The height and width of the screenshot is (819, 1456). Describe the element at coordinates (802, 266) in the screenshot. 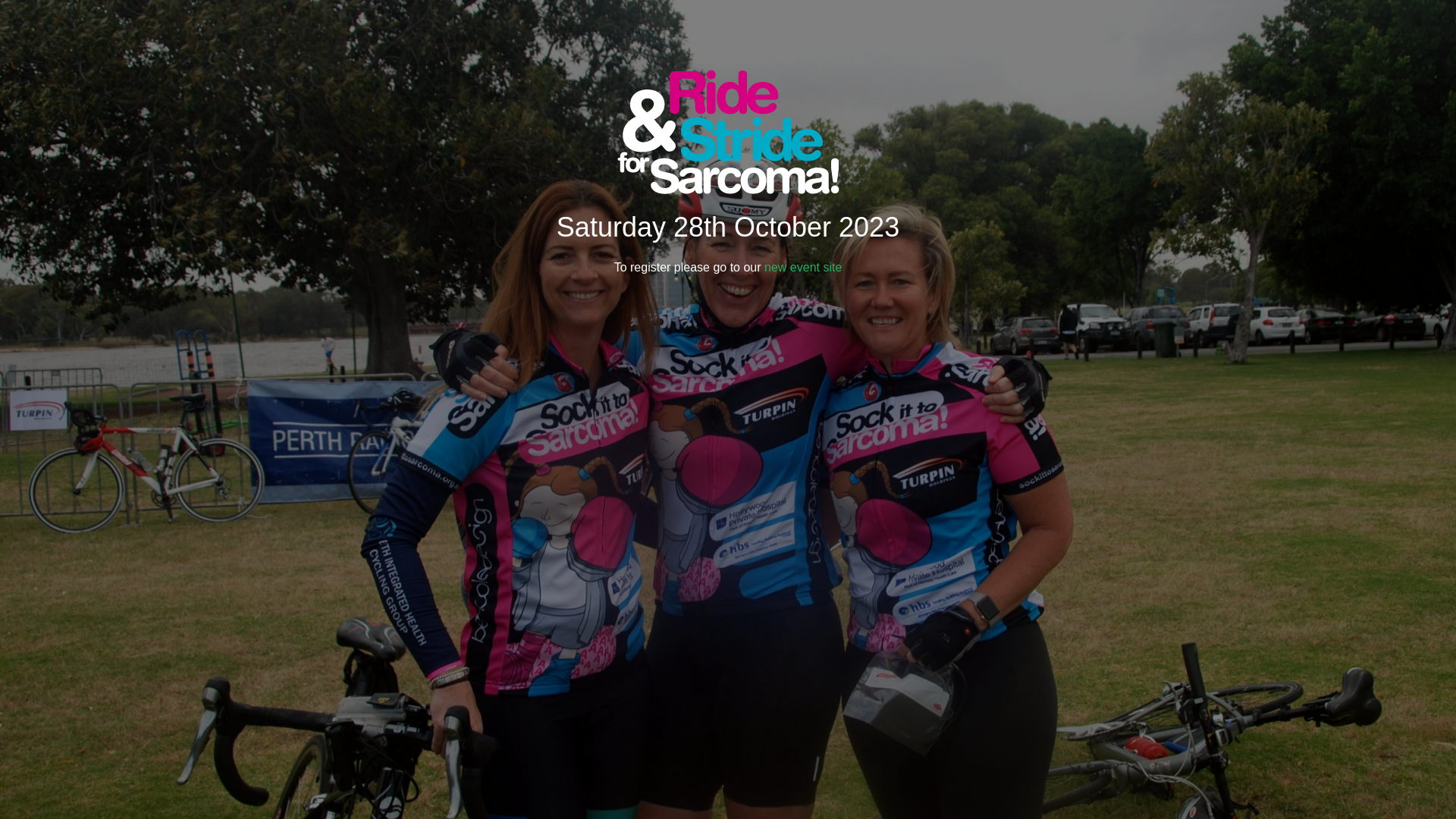

I see `'new event site'` at that location.